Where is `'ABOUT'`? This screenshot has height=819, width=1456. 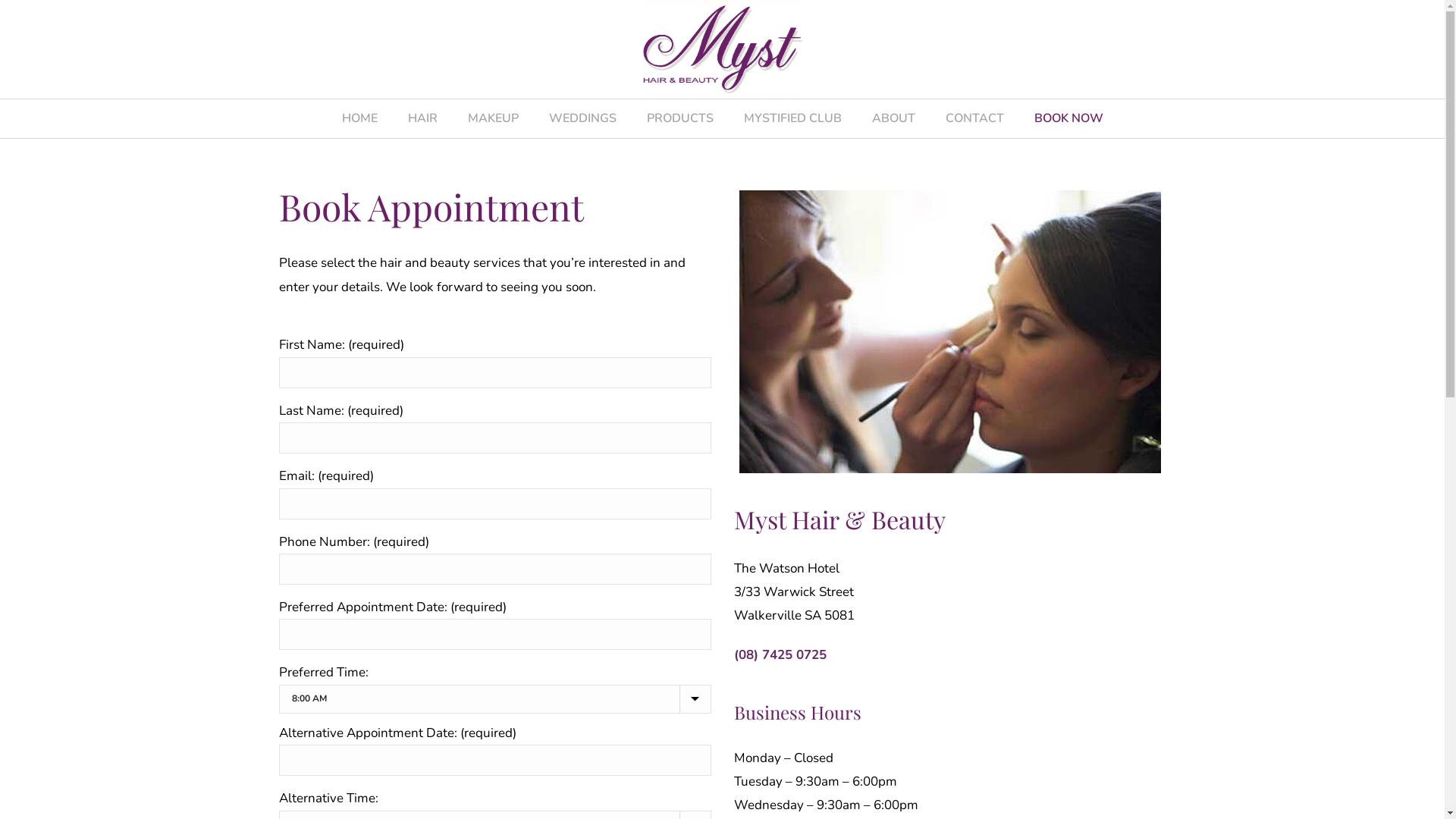 'ABOUT' is located at coordinates (893, 118).